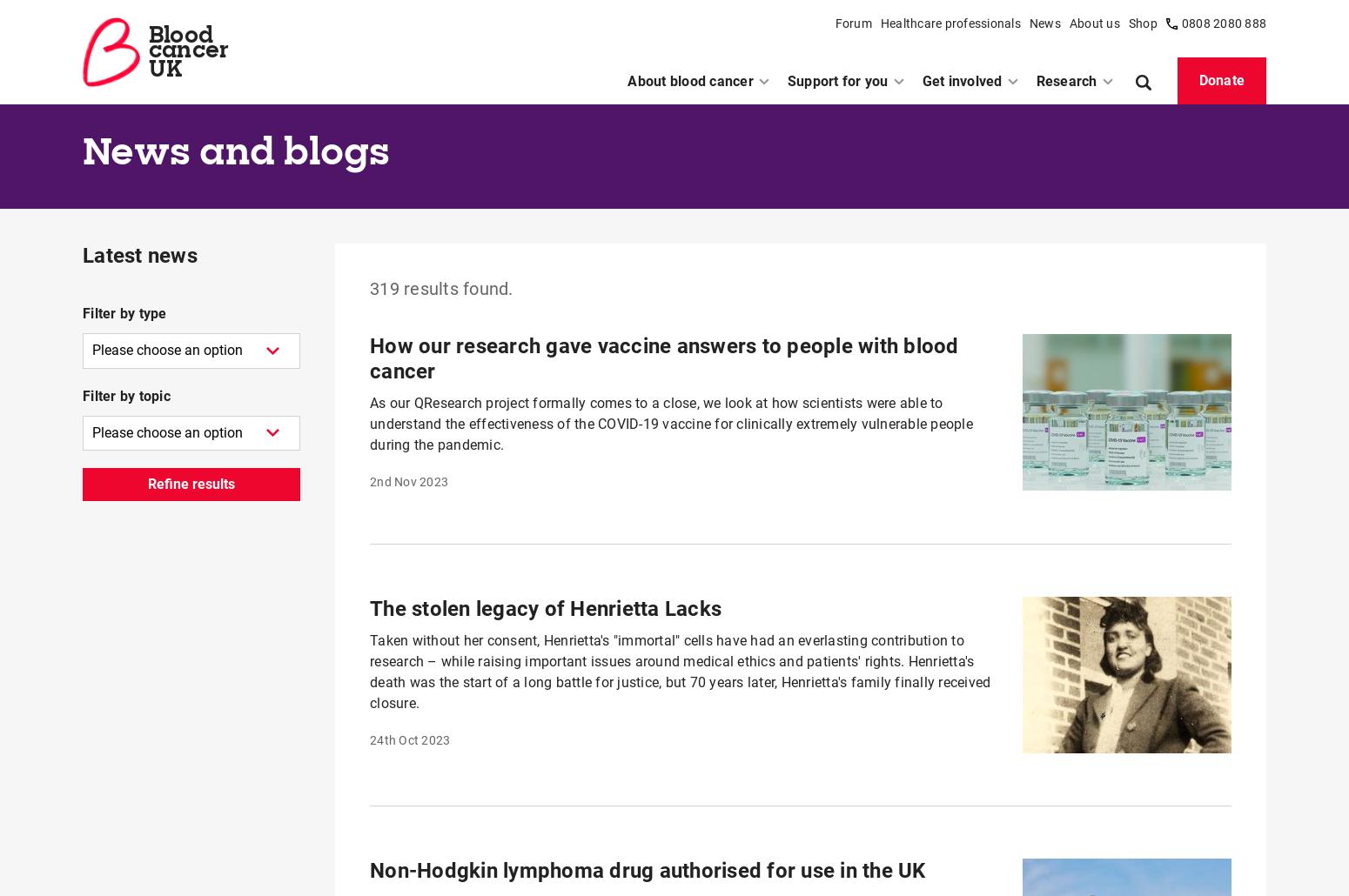 The height and width of the screenshot is (896, 1349). Describe the element at coordinates (406, 592) in the screenshot. I see `'1st Sep 2023'` at that location.